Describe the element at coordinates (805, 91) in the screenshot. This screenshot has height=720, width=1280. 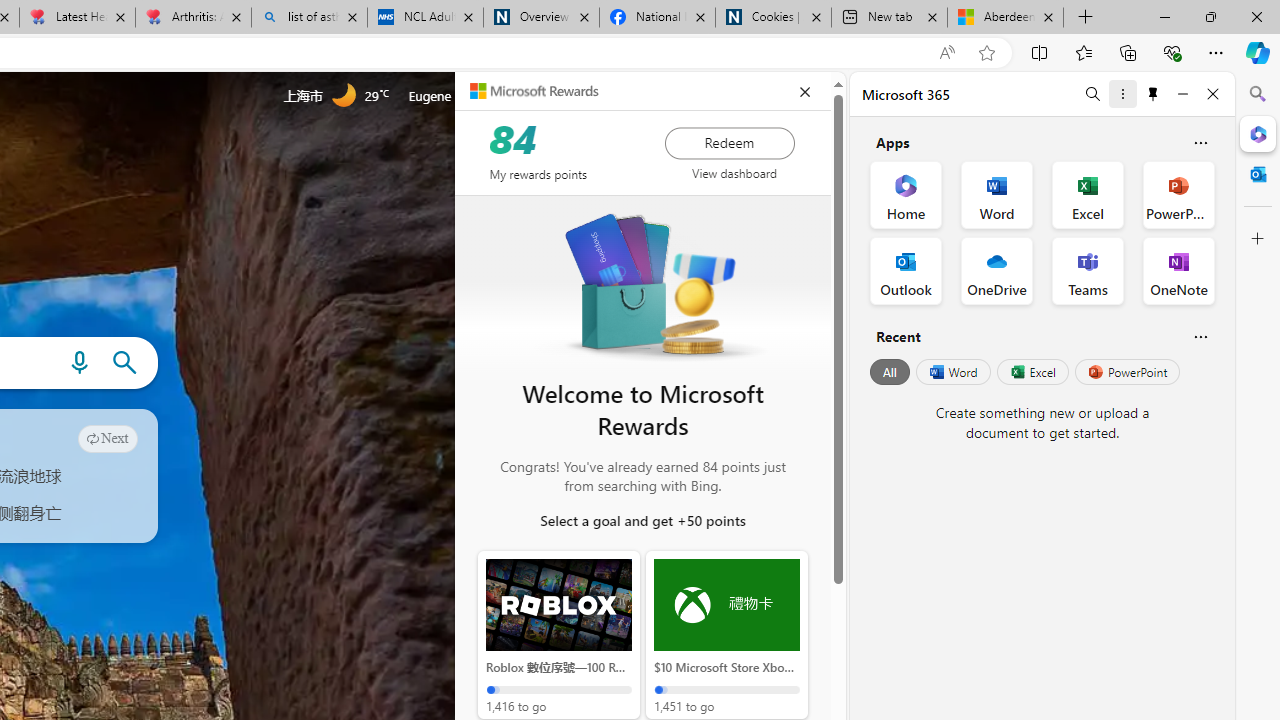
I see `'closeEduPanel'` at that location.